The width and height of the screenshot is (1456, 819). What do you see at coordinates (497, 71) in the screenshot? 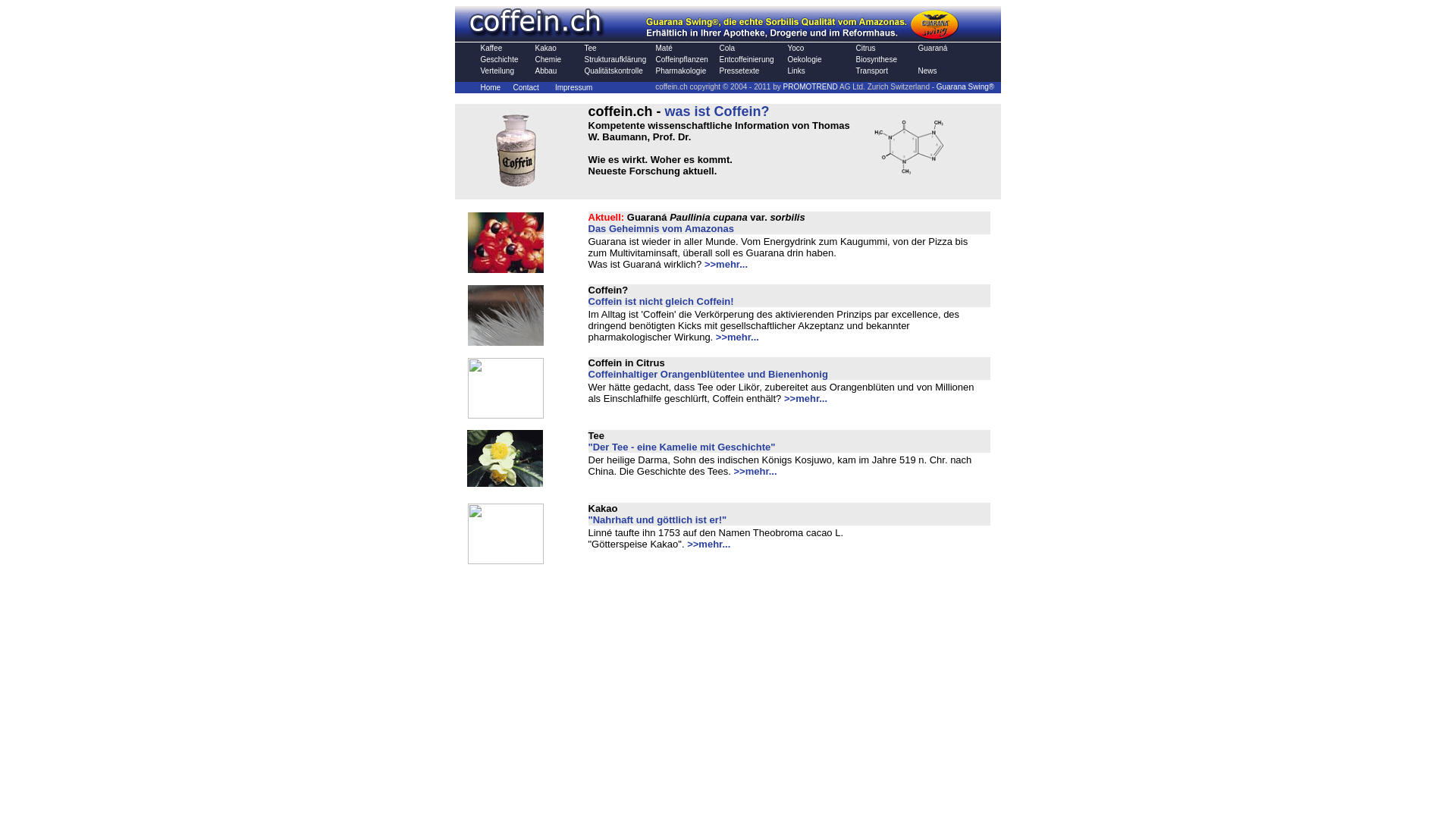
I see `'Verteilung'` at bounding box center [497, 71].